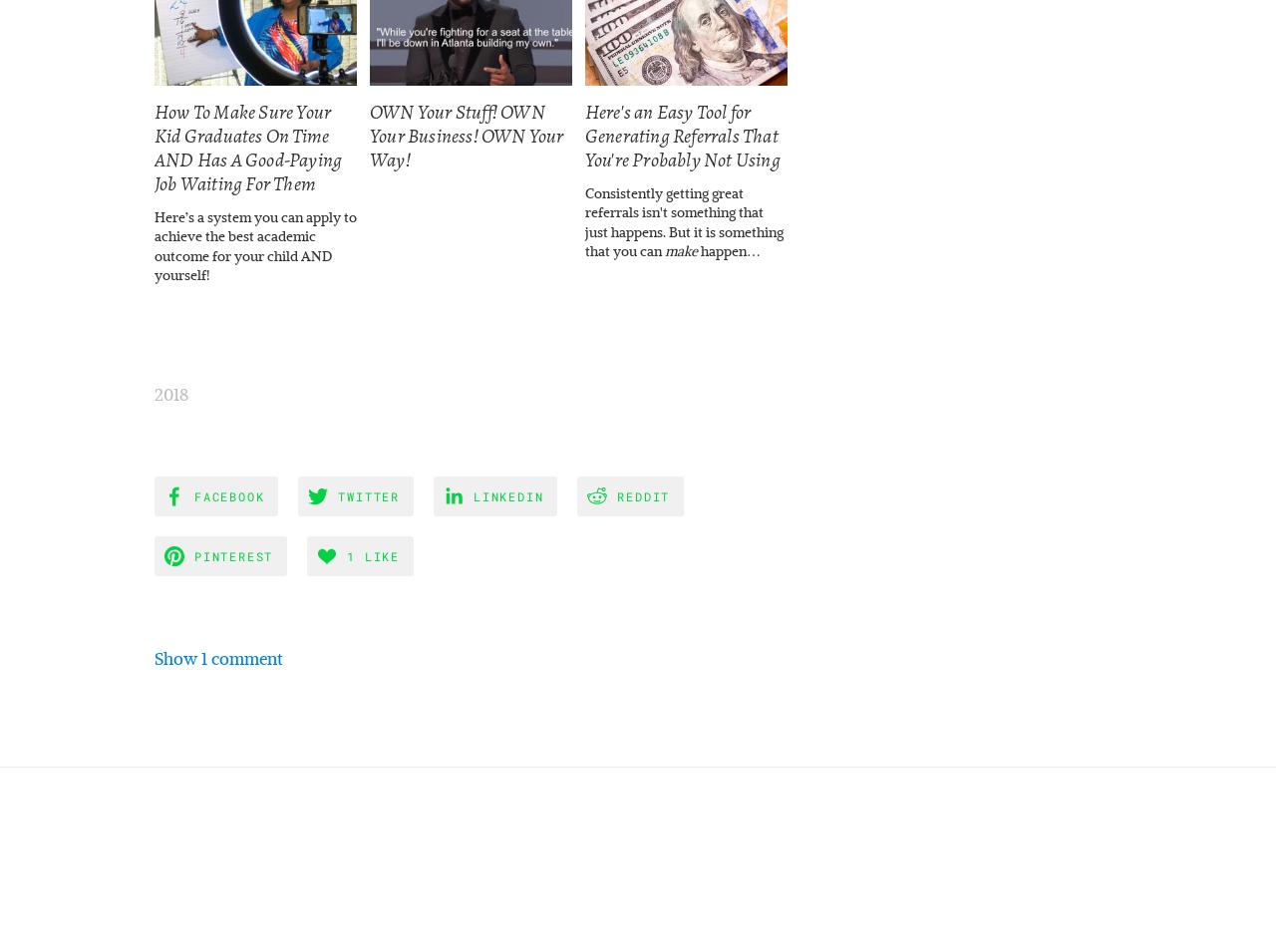 This screenshot has height=952, width=1276. What do you see at coordinates (193, 556) in the screenshot?
I see `'Pinterest'` at bounding box center [193, 556].